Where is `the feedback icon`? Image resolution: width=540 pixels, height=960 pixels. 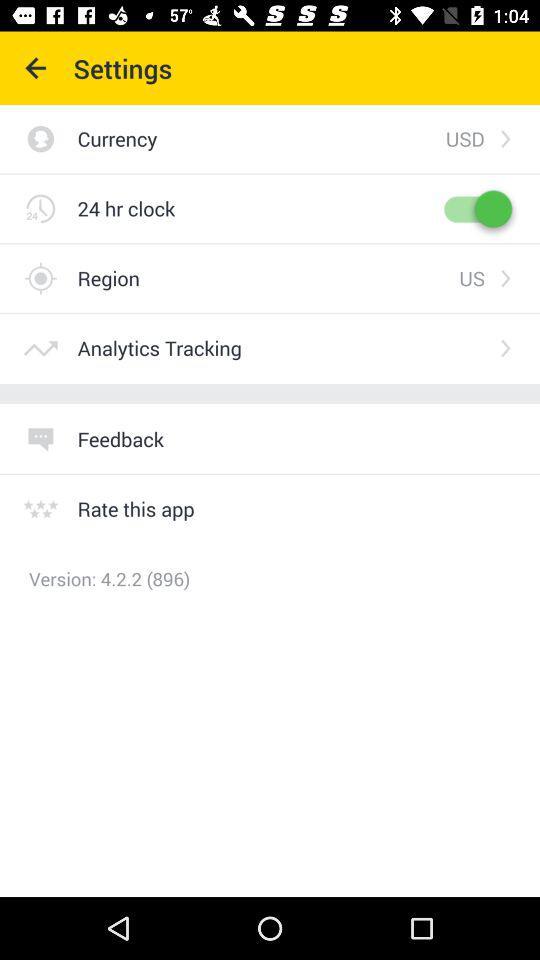 the feedback icon is located at coordinates (120, 439).